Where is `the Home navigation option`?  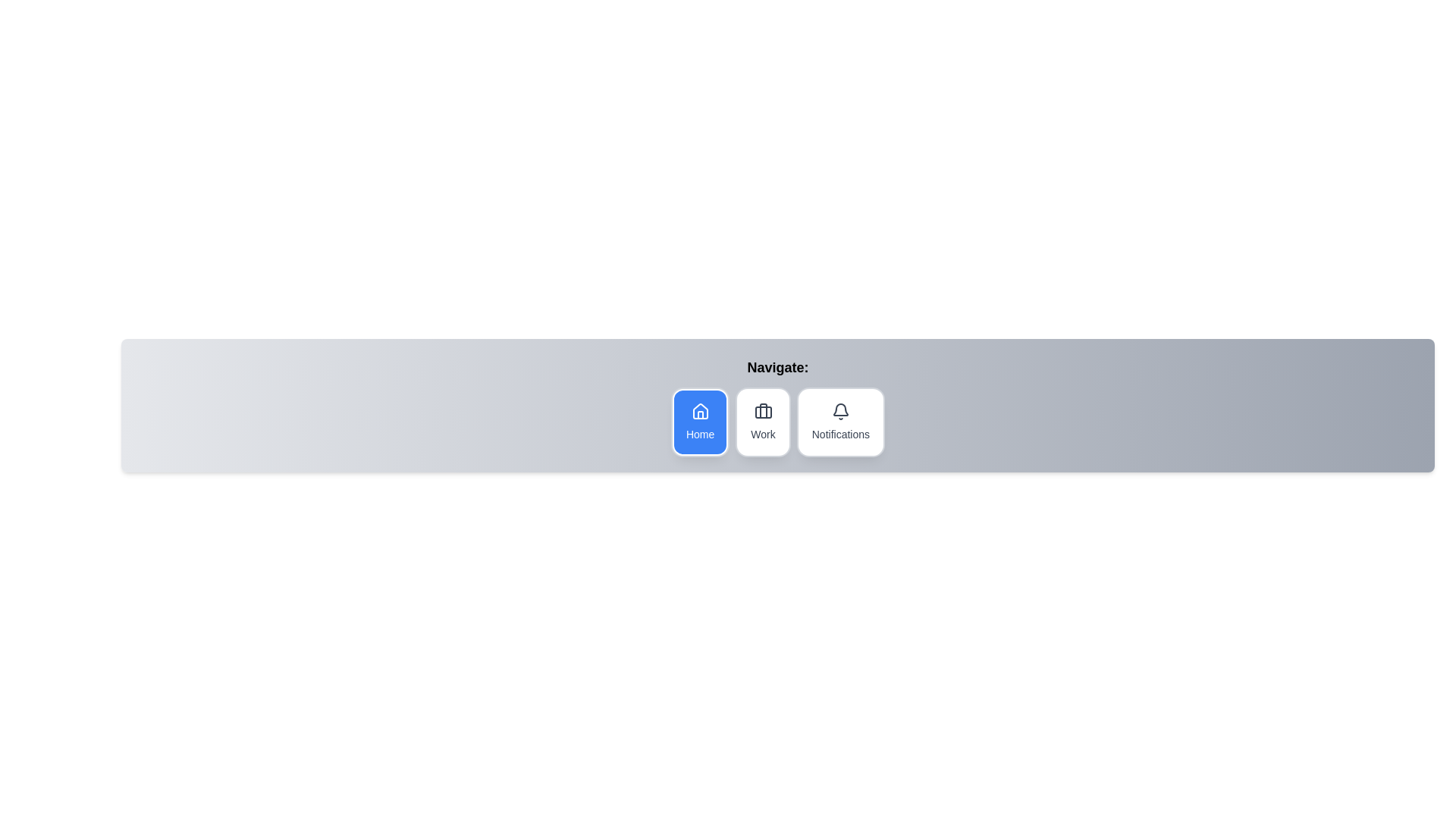
the Home navigation option is located at coordinates (698, 422).